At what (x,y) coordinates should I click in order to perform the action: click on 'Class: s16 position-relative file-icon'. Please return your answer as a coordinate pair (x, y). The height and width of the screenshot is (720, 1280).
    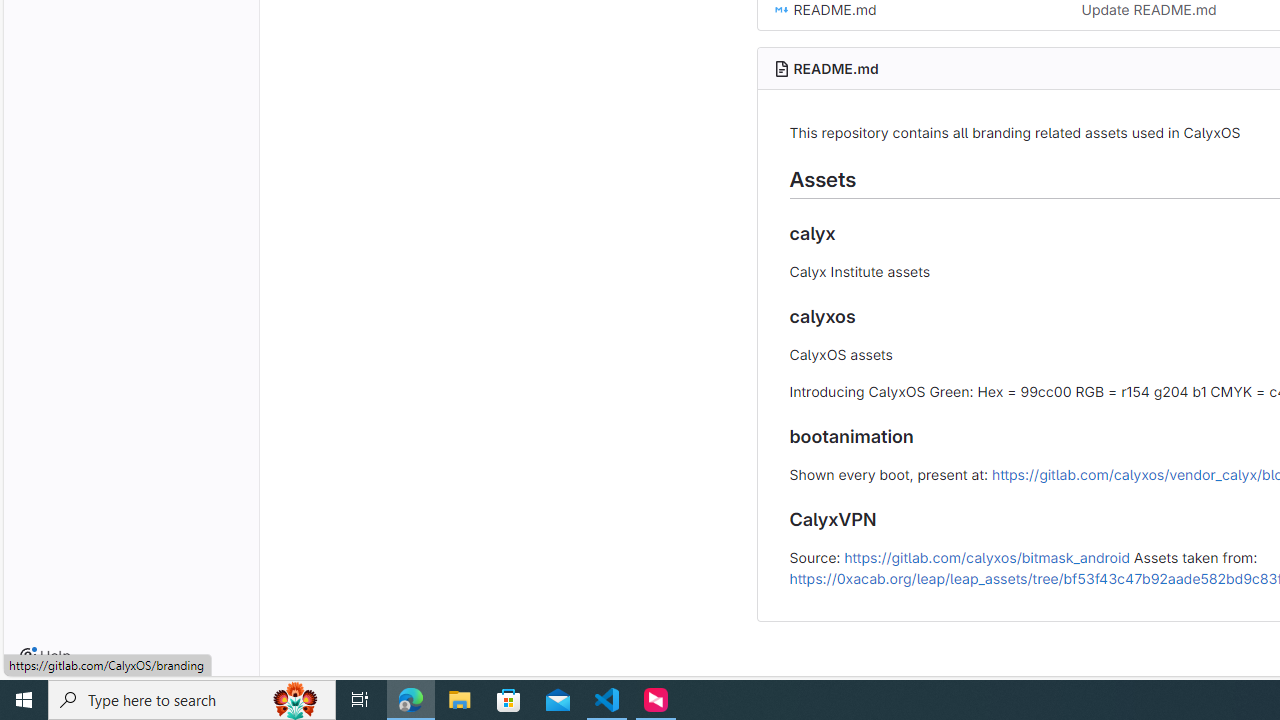
    Looking at the image, I should click on (780, 10).